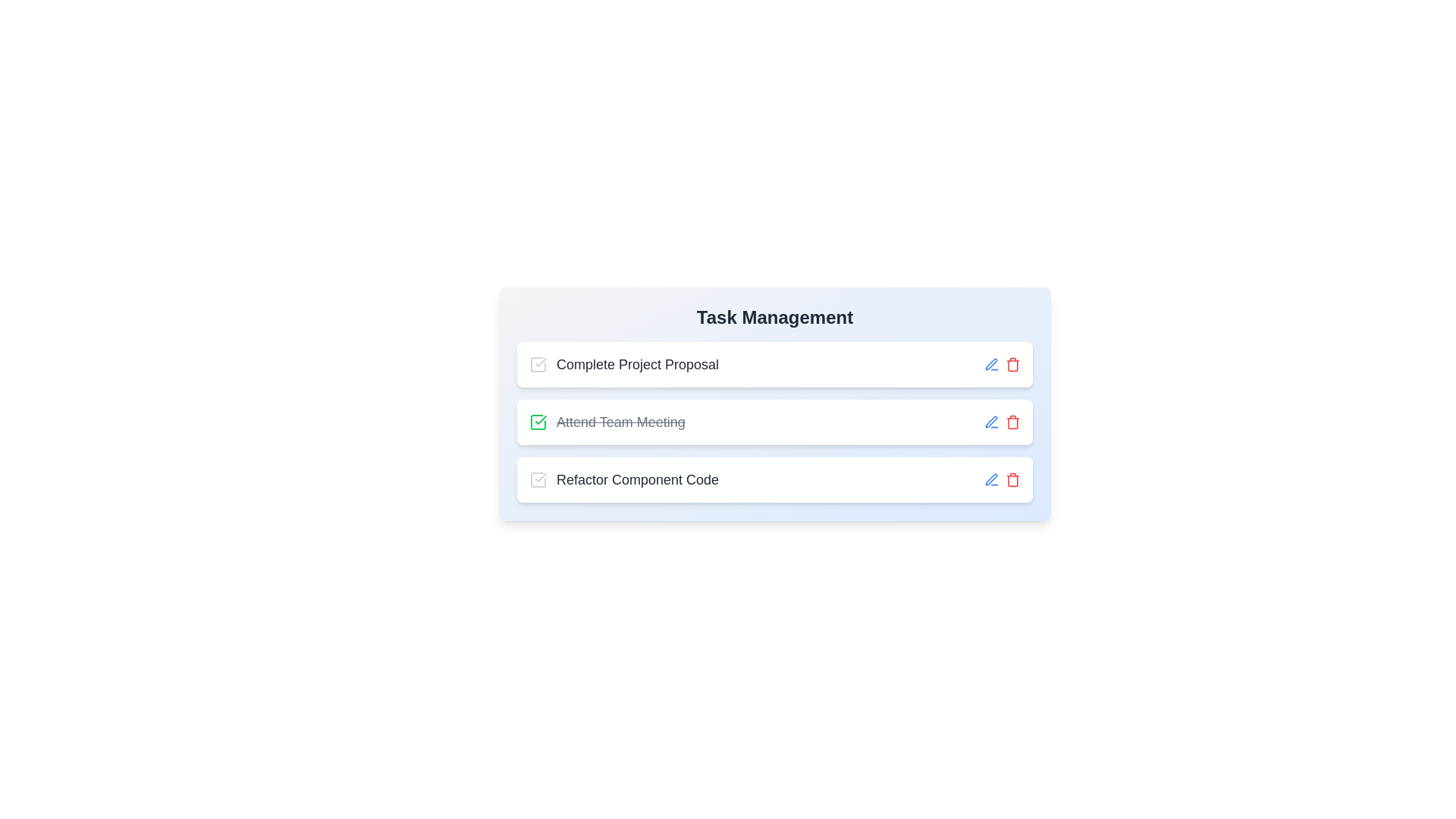  I want to click on the completed task Text Label located under 'Task Management', which has a strikethrough, a green checkbox icon to its left, and clickable icons to its right, so click(620, 422).